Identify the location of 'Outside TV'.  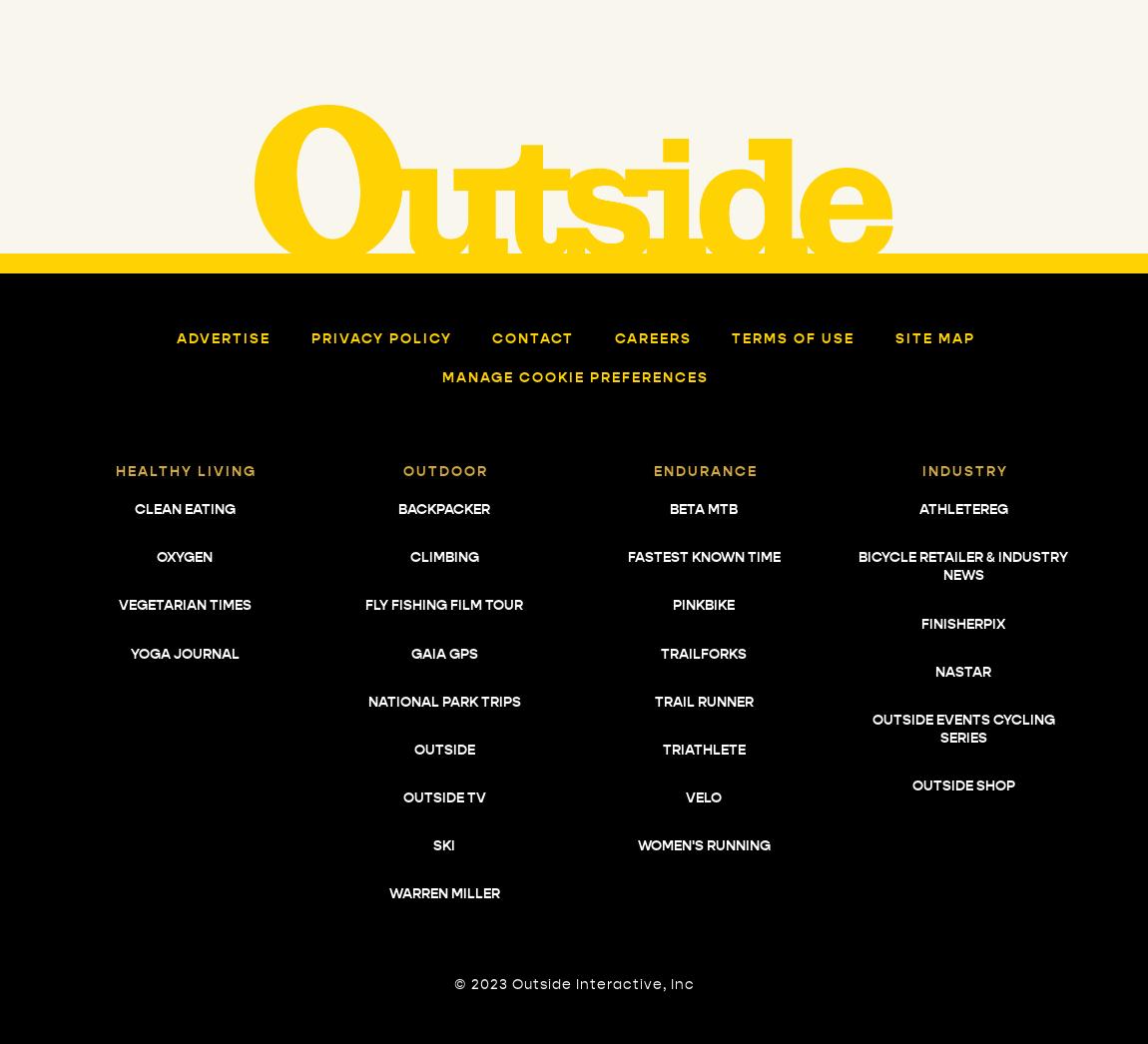
(443, 797).